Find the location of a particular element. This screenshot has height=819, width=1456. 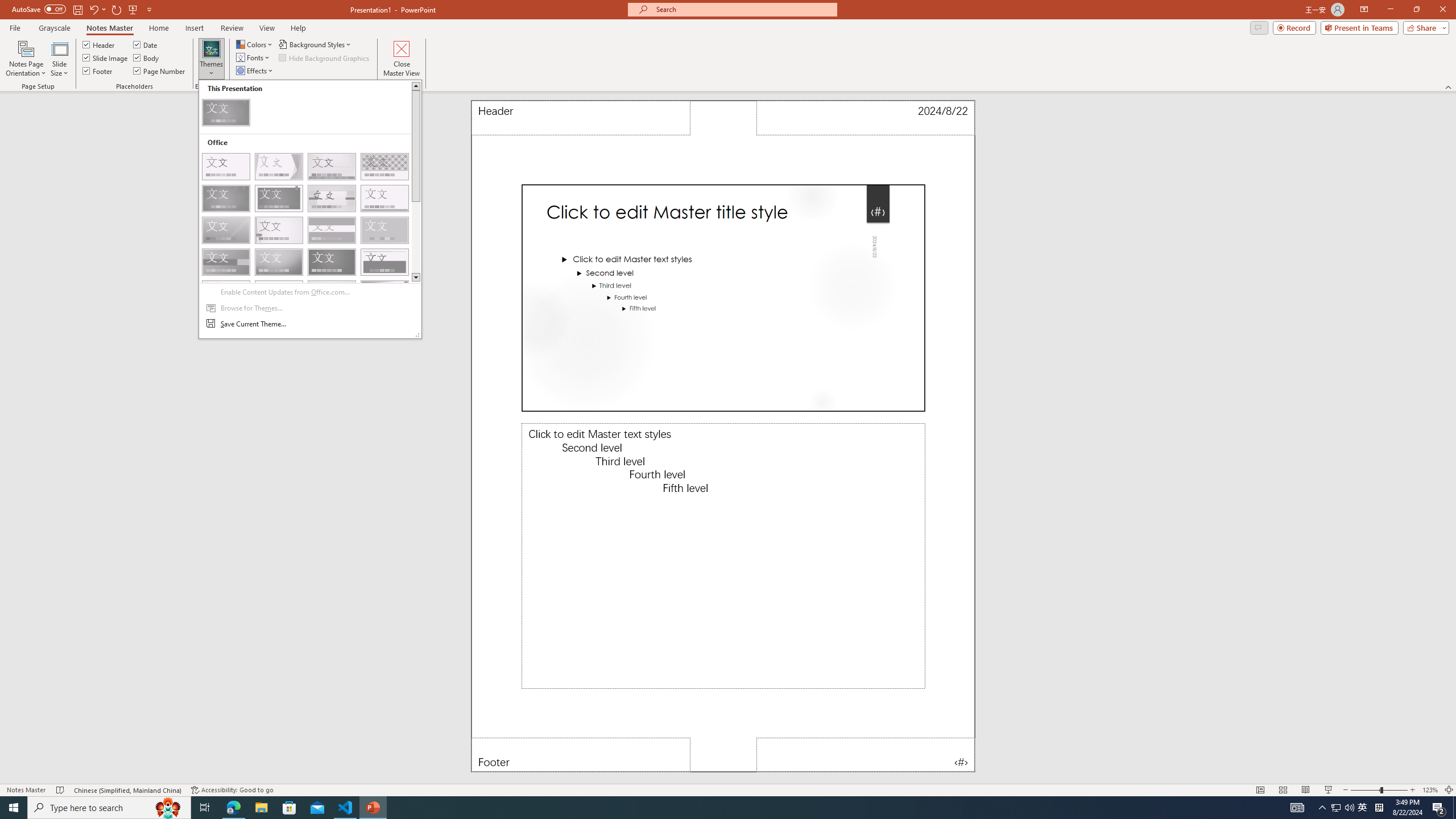

'Hide Background Graphics' is located at coordinates (324, 56).